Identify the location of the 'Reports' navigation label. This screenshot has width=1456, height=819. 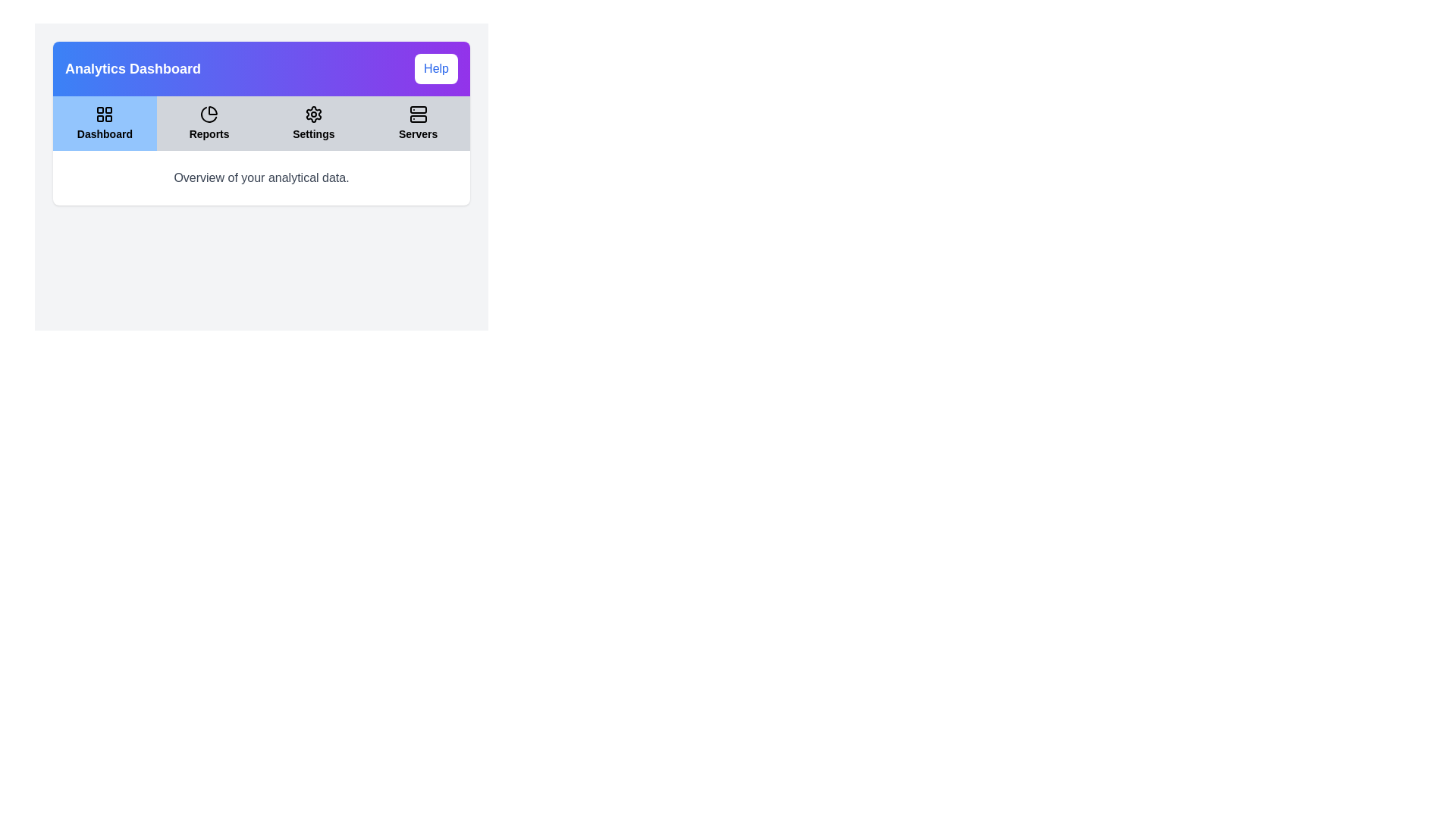
(209, 133).